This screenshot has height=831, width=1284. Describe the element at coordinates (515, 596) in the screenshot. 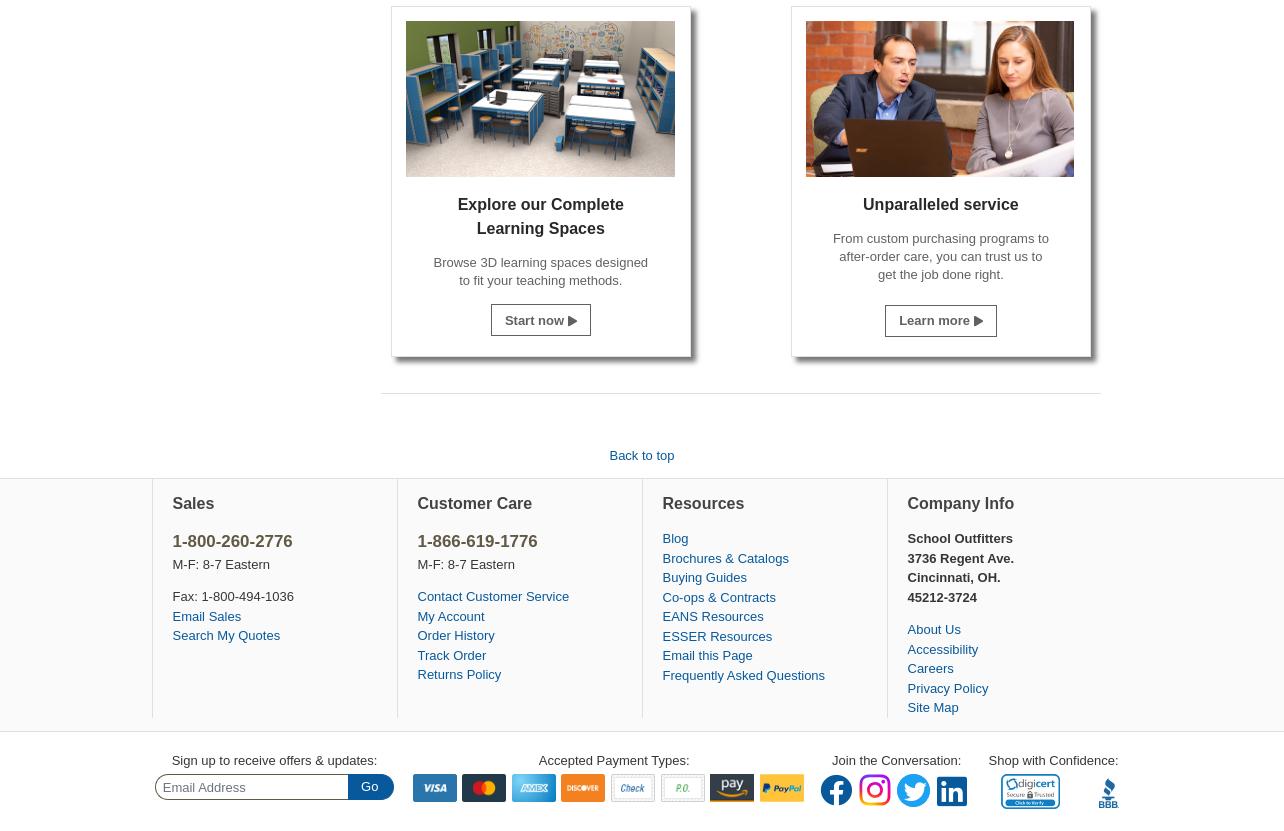

I see `'Customer Service'` at that location.